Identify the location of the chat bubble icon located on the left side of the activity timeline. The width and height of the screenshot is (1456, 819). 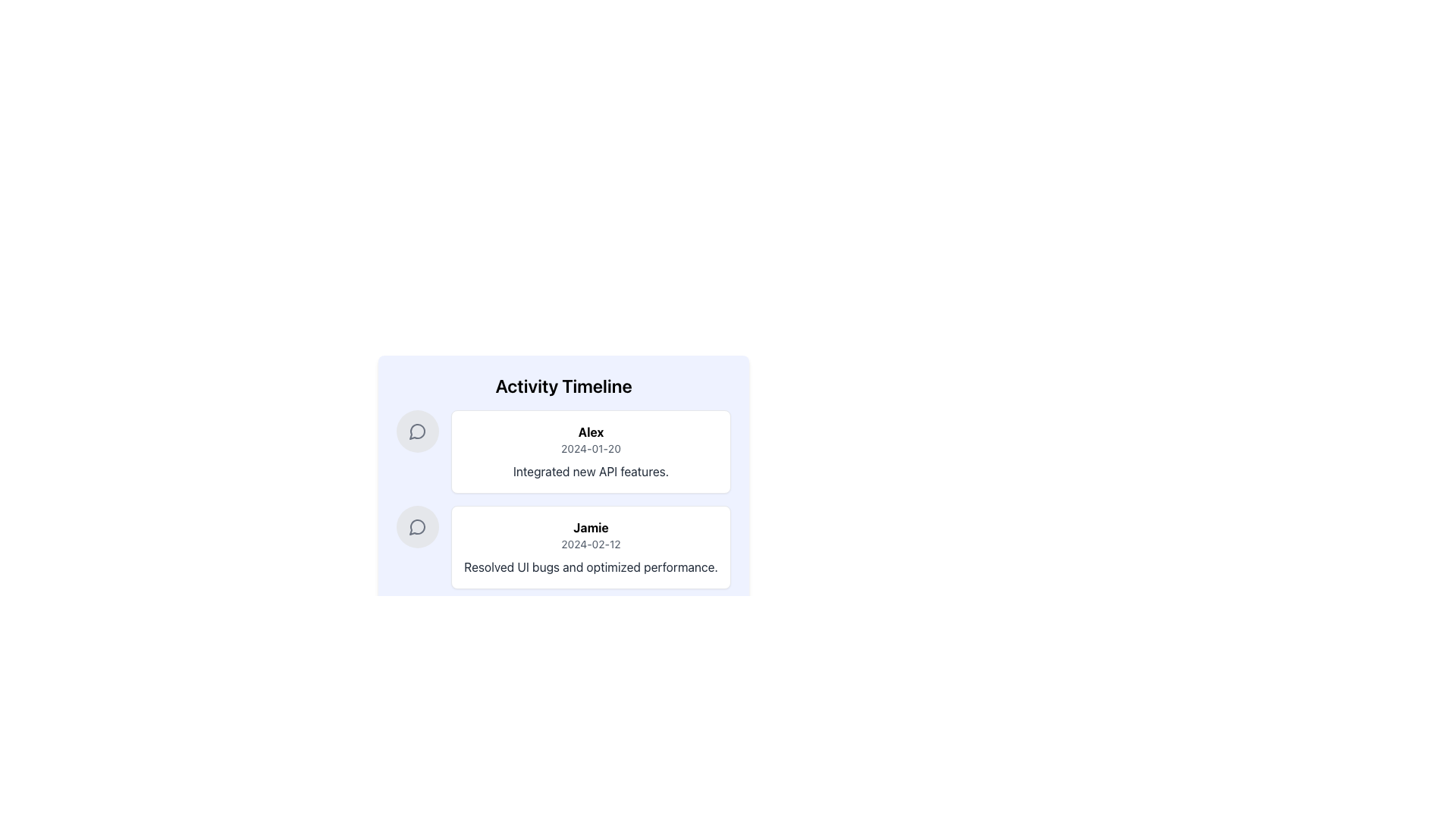
(417, 431).